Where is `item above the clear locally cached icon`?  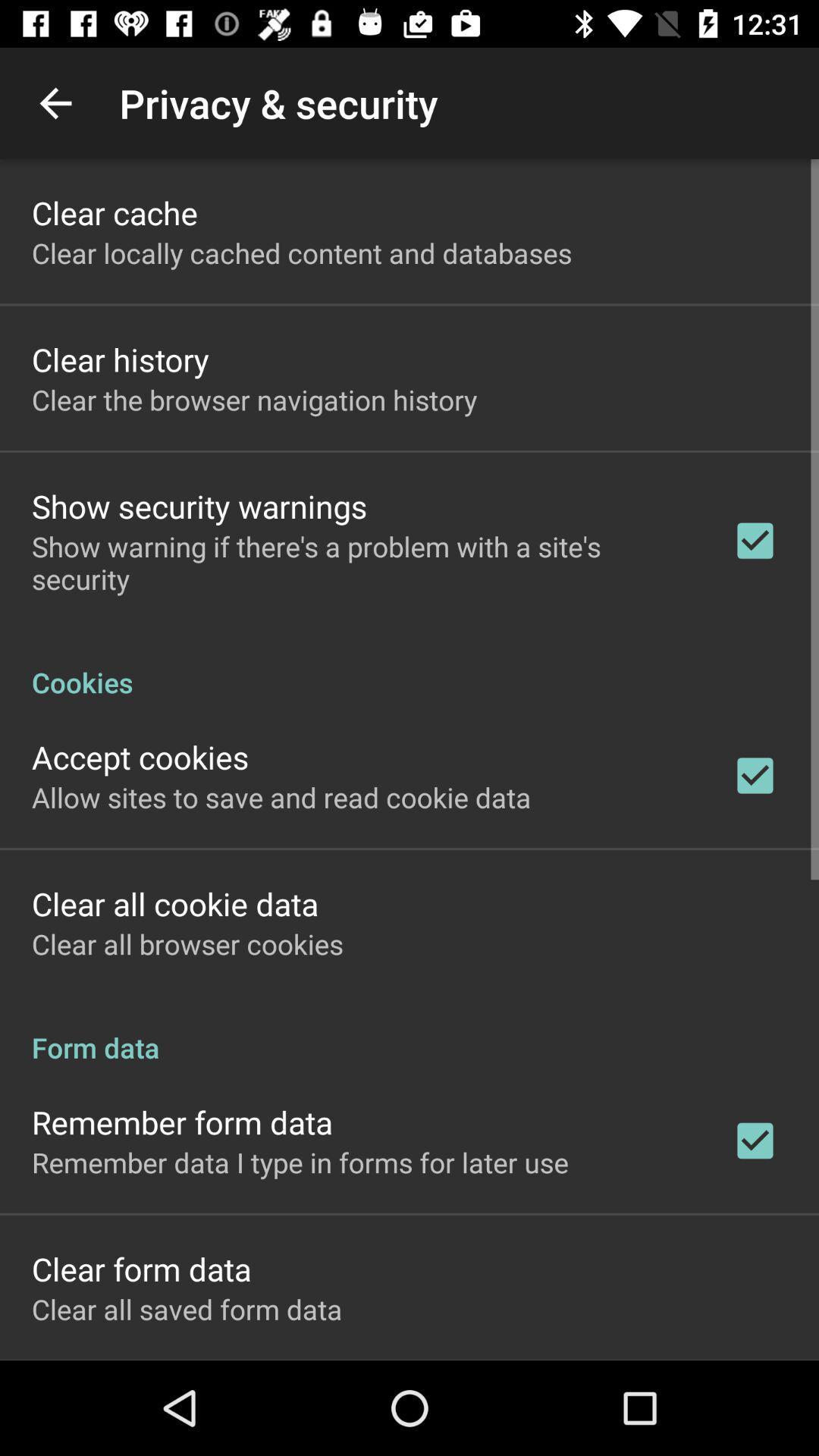
item above the clear locally cached icon is located at coordinates (114, 212).